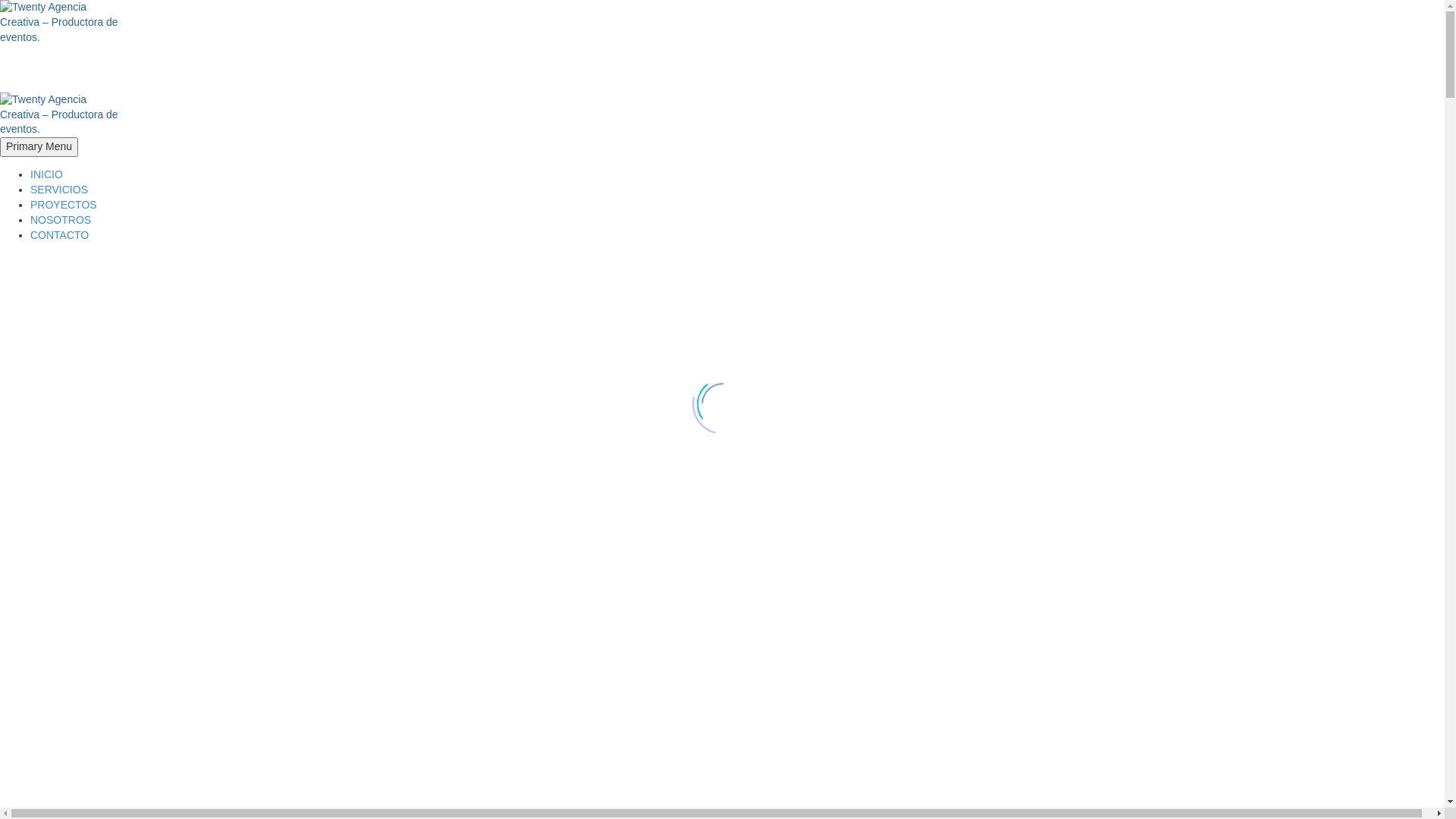  What do you see at coordinates (39, 146) in the screenshot?
I see `'Primary Menu'` at bounding box center [39, 146].